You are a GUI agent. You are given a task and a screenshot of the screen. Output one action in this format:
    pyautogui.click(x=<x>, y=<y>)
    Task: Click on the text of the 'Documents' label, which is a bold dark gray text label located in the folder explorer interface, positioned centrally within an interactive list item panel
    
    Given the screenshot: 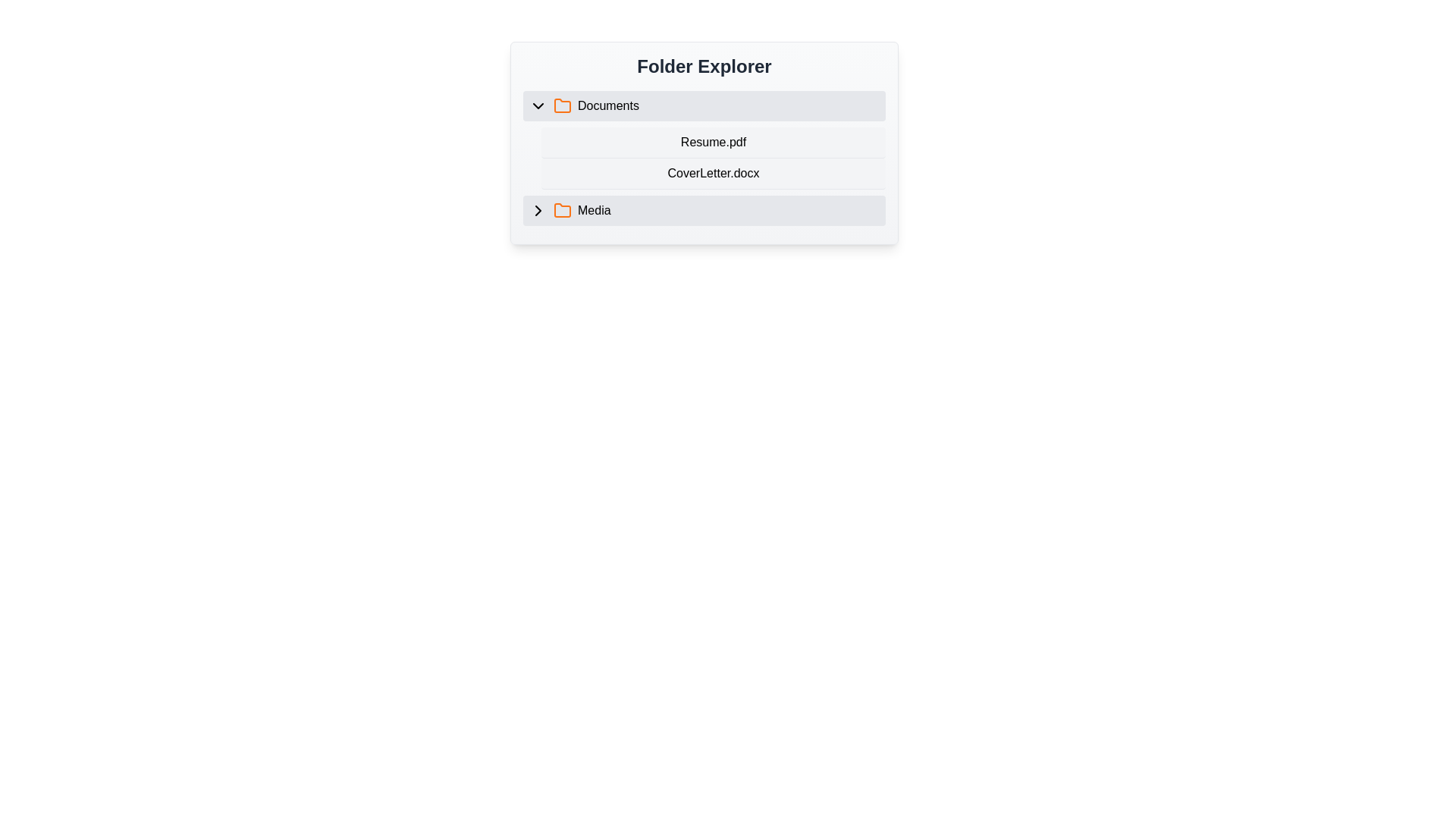 What is the action you would take?
    pyautogui.click(x=608, y=105)
    